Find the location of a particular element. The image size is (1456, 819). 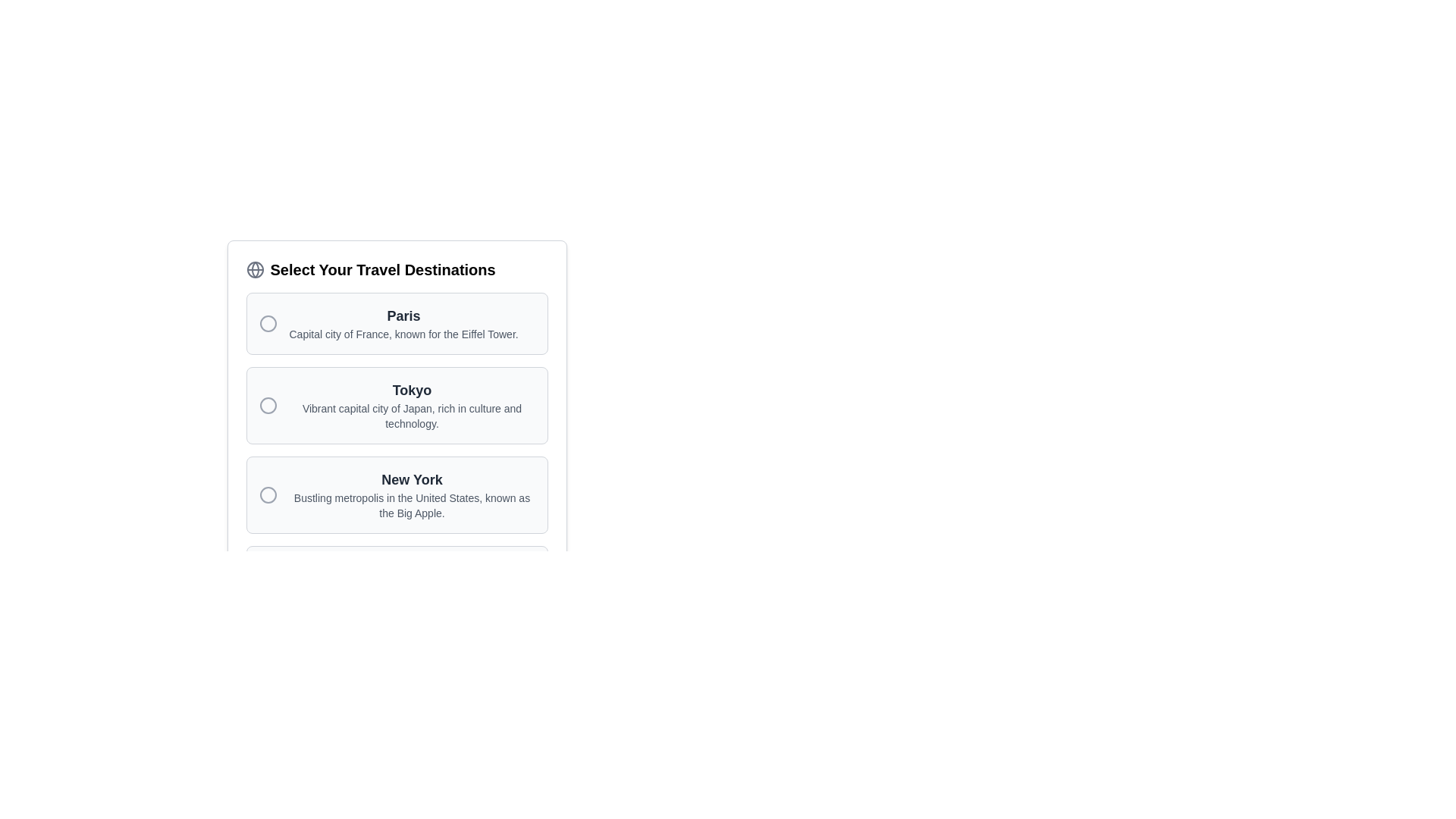

the unselected radio button for 'New York', which is a circular shape with a gray outline and a small inner circle, located in the third row of travel destination options is located at coordinates (268, 494).